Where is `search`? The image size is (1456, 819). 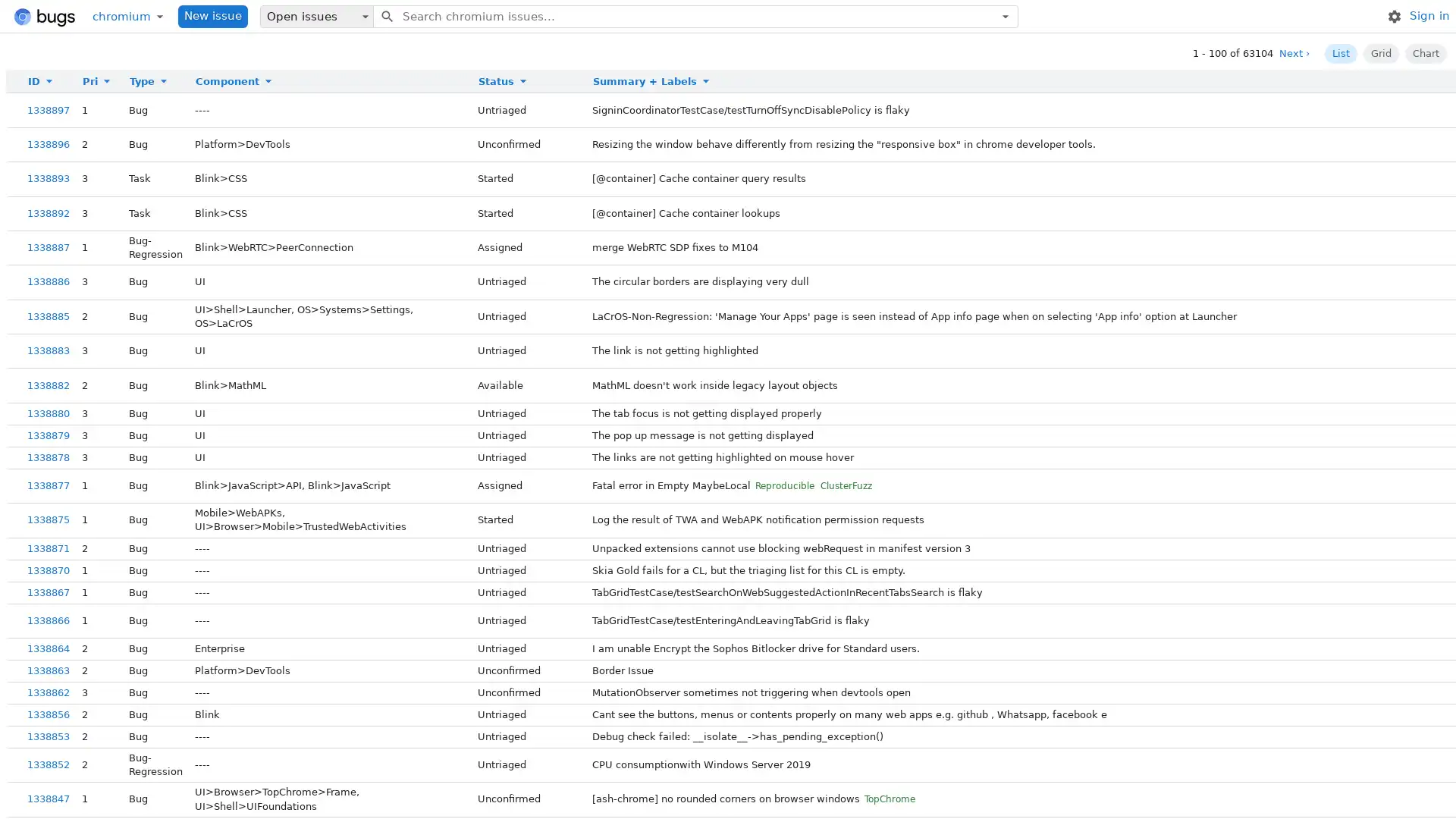 search is located at coordinates (386, 15).